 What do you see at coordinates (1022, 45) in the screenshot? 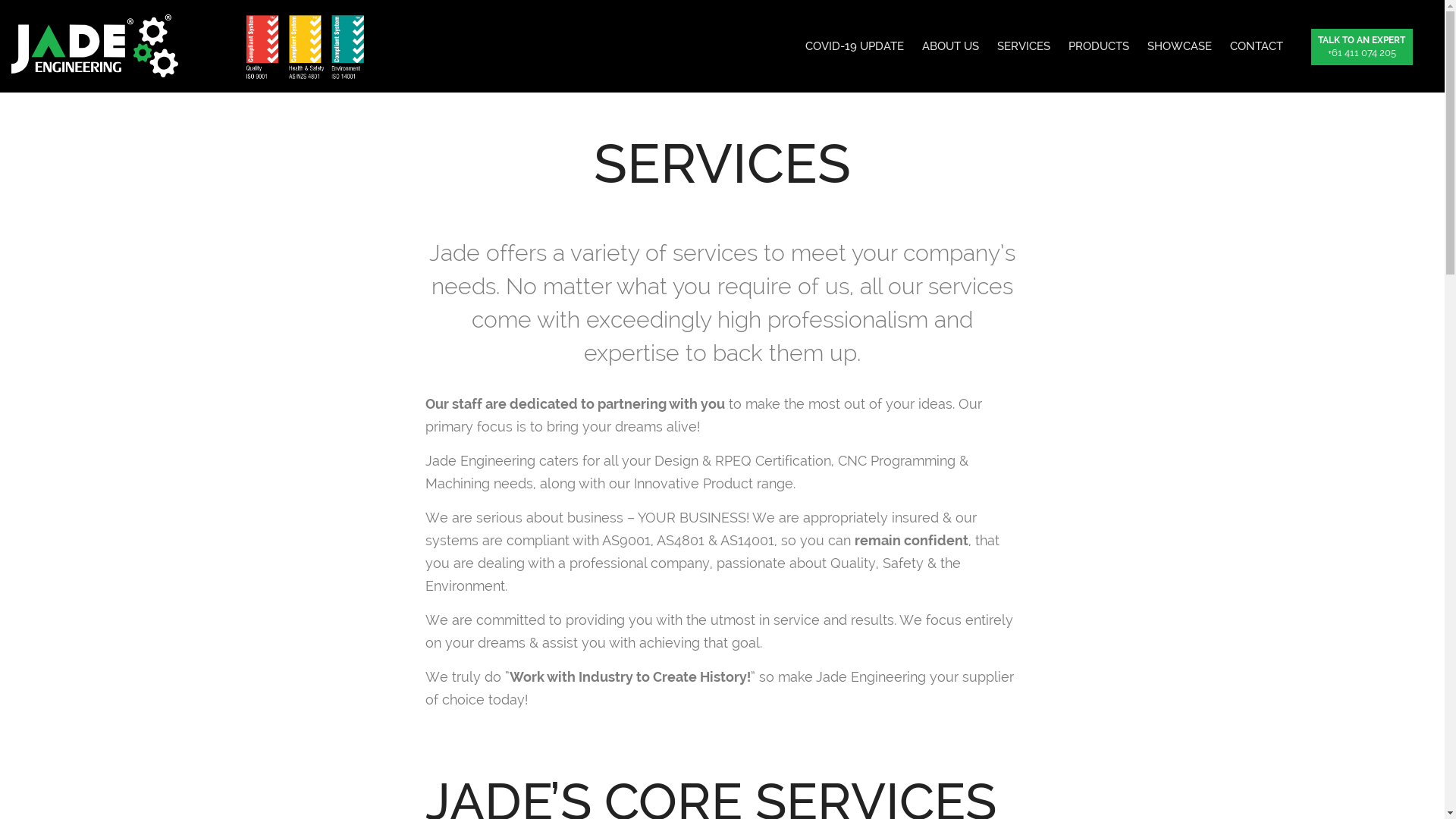
I see `'SERVICES'` at bounding box center [1022, 45].